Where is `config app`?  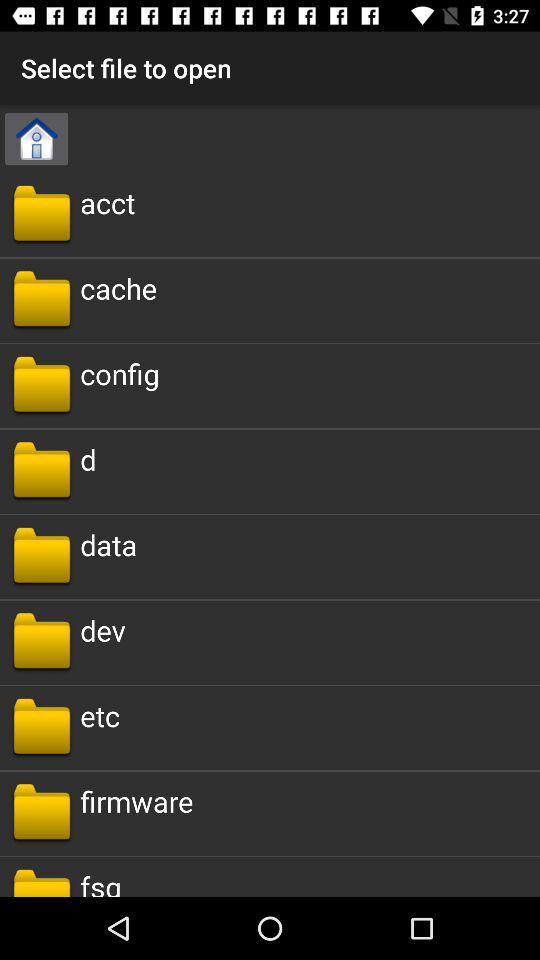 config app is located at coordinates (119, 372).